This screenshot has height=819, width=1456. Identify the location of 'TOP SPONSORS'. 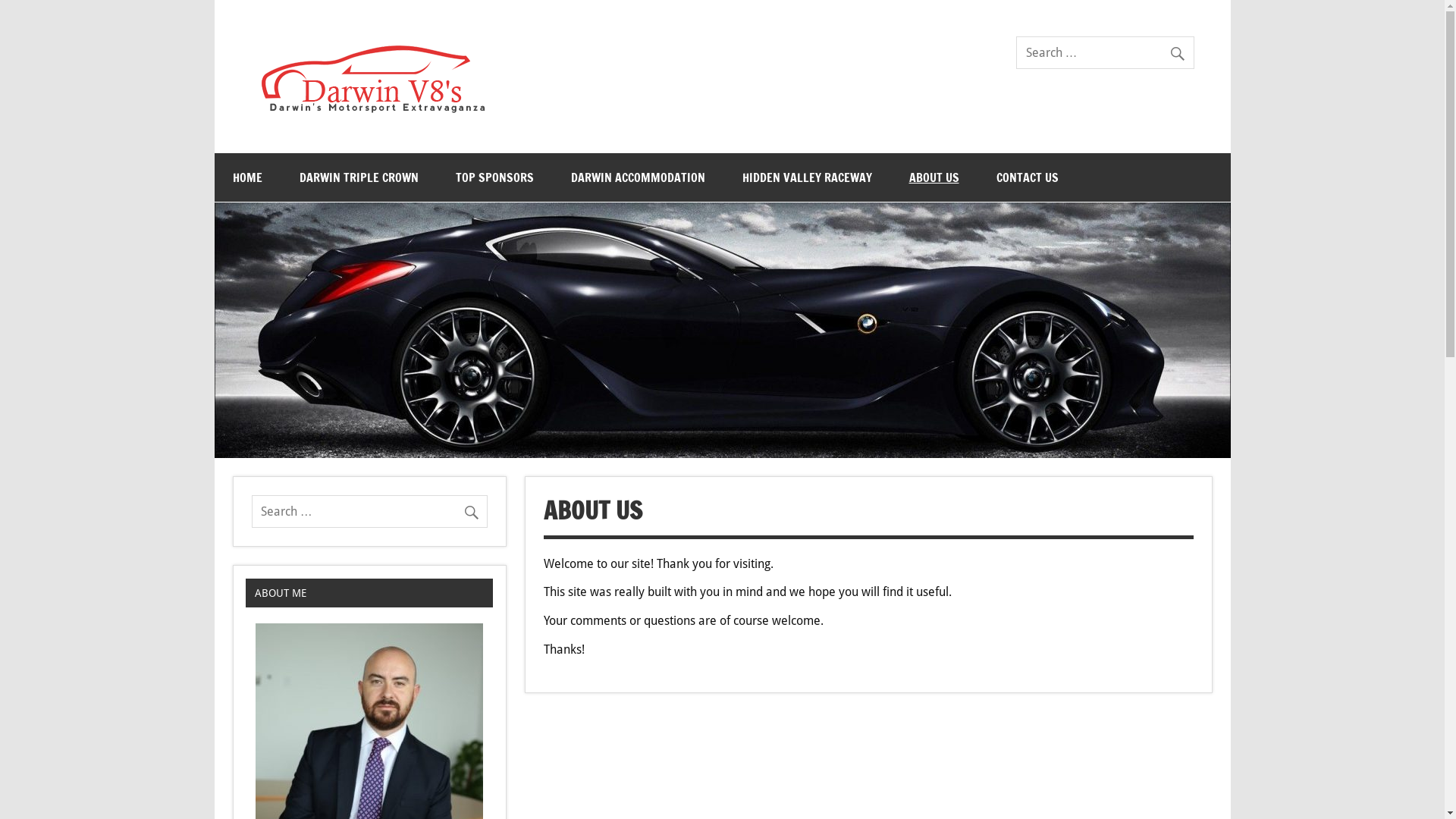
(494, 177).